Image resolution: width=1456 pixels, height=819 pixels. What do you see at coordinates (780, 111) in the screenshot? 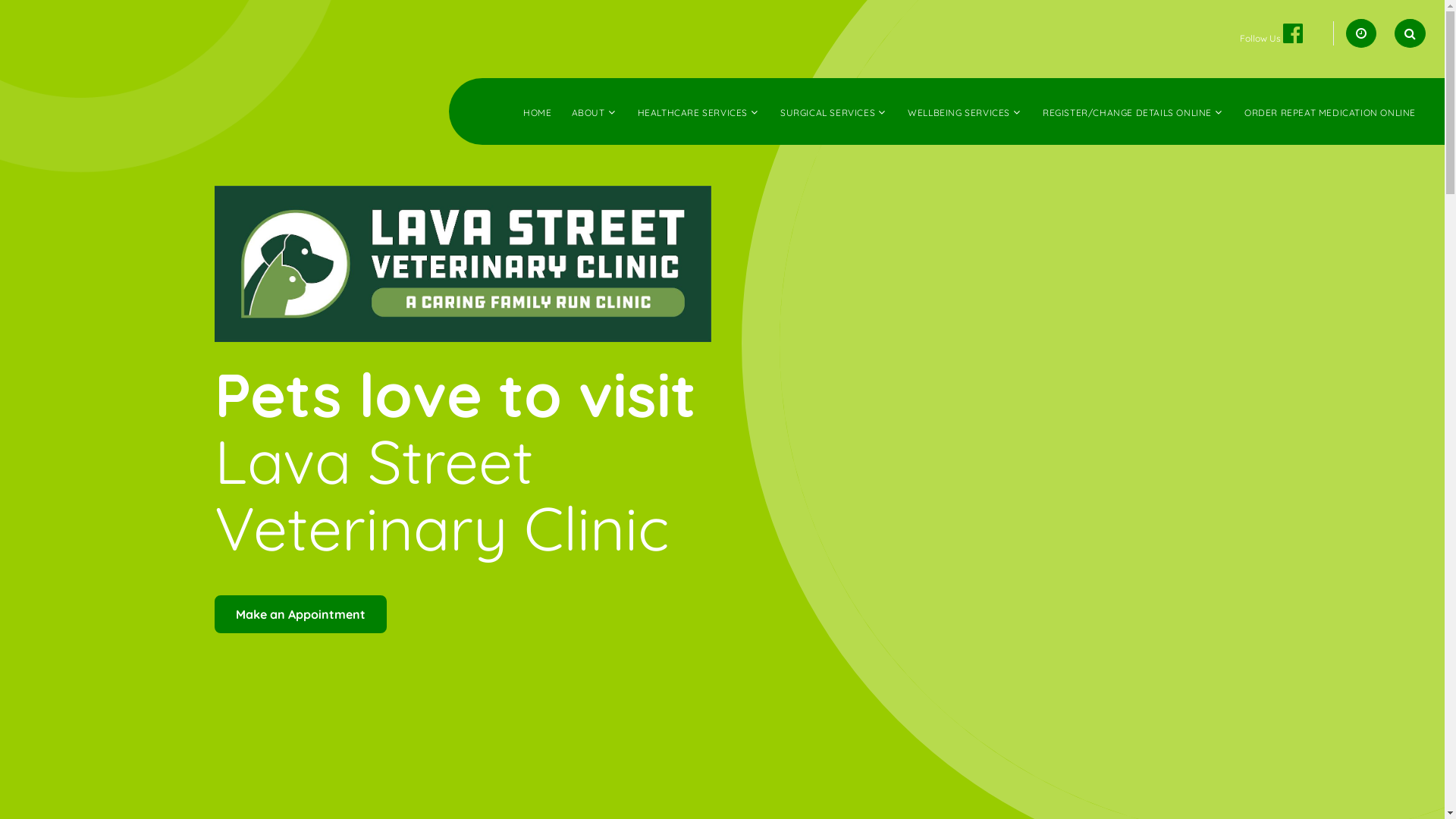
I see `'SURGICAL SERVICES'` at bounding box center [780, 111].